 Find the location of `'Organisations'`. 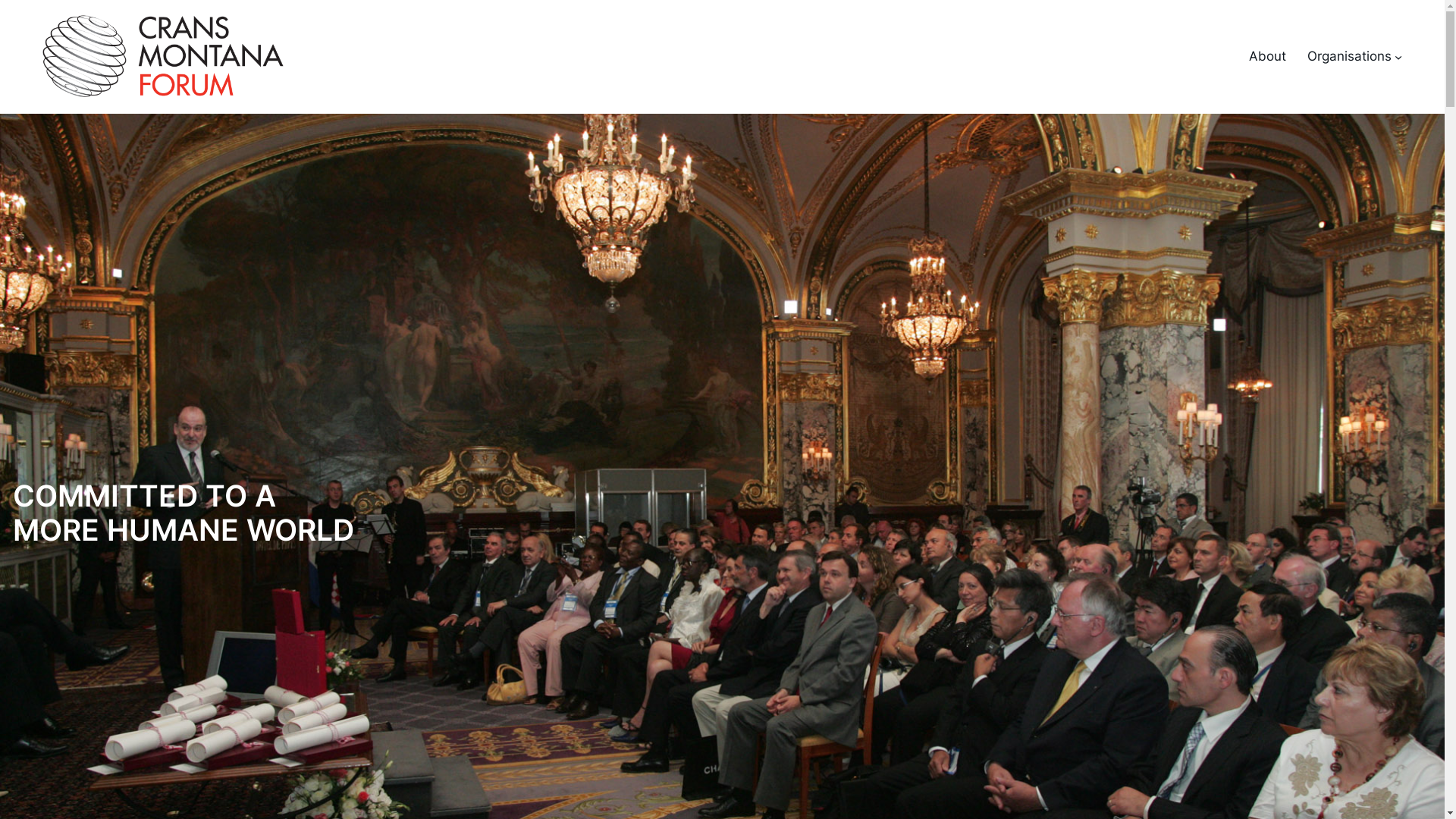

'Organisations' is located at coordinates (1349, 55).